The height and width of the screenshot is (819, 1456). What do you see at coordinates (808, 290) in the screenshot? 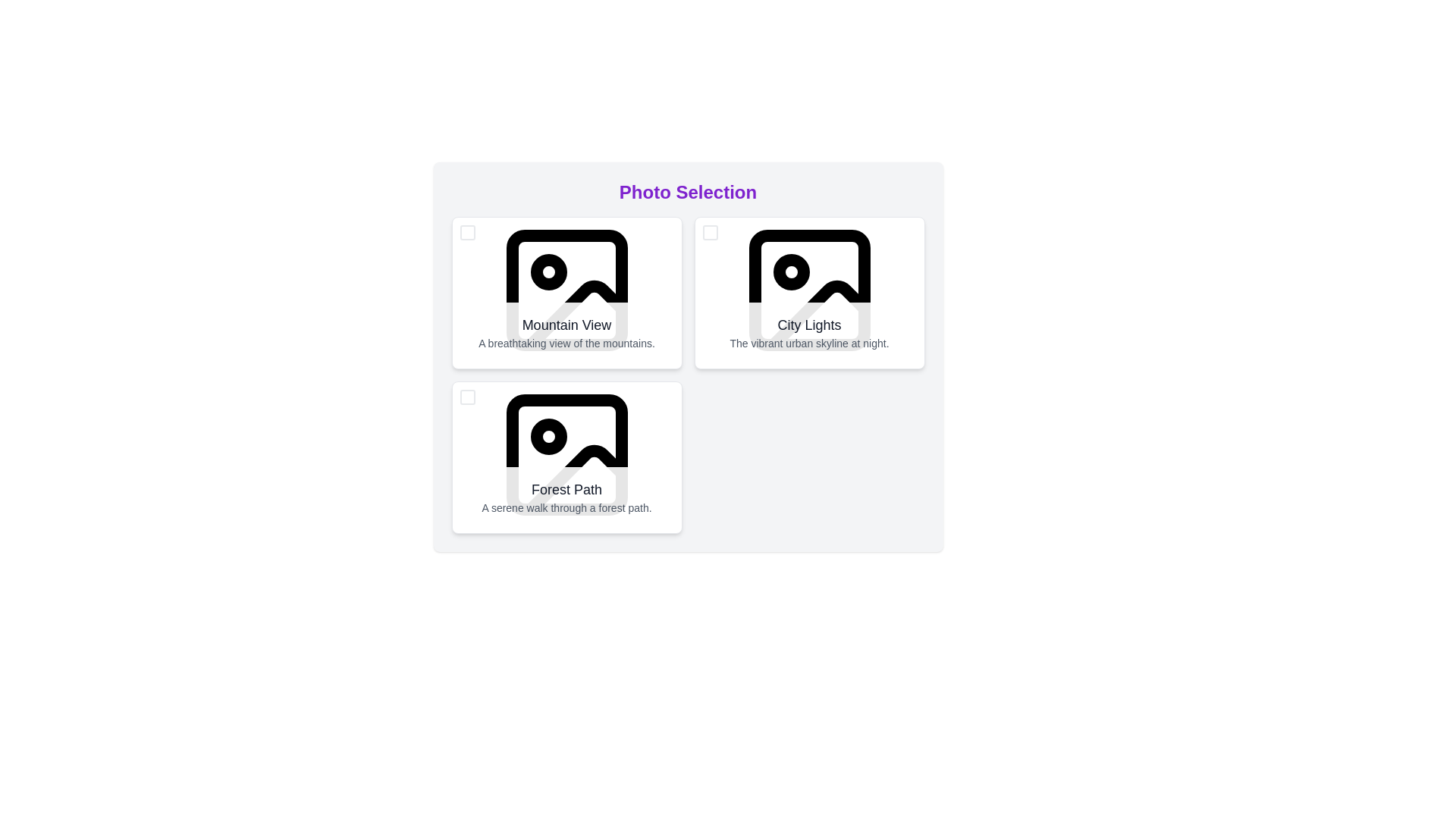
I see `the 'City Lights' selectable card` at bounding box center [808, 290].